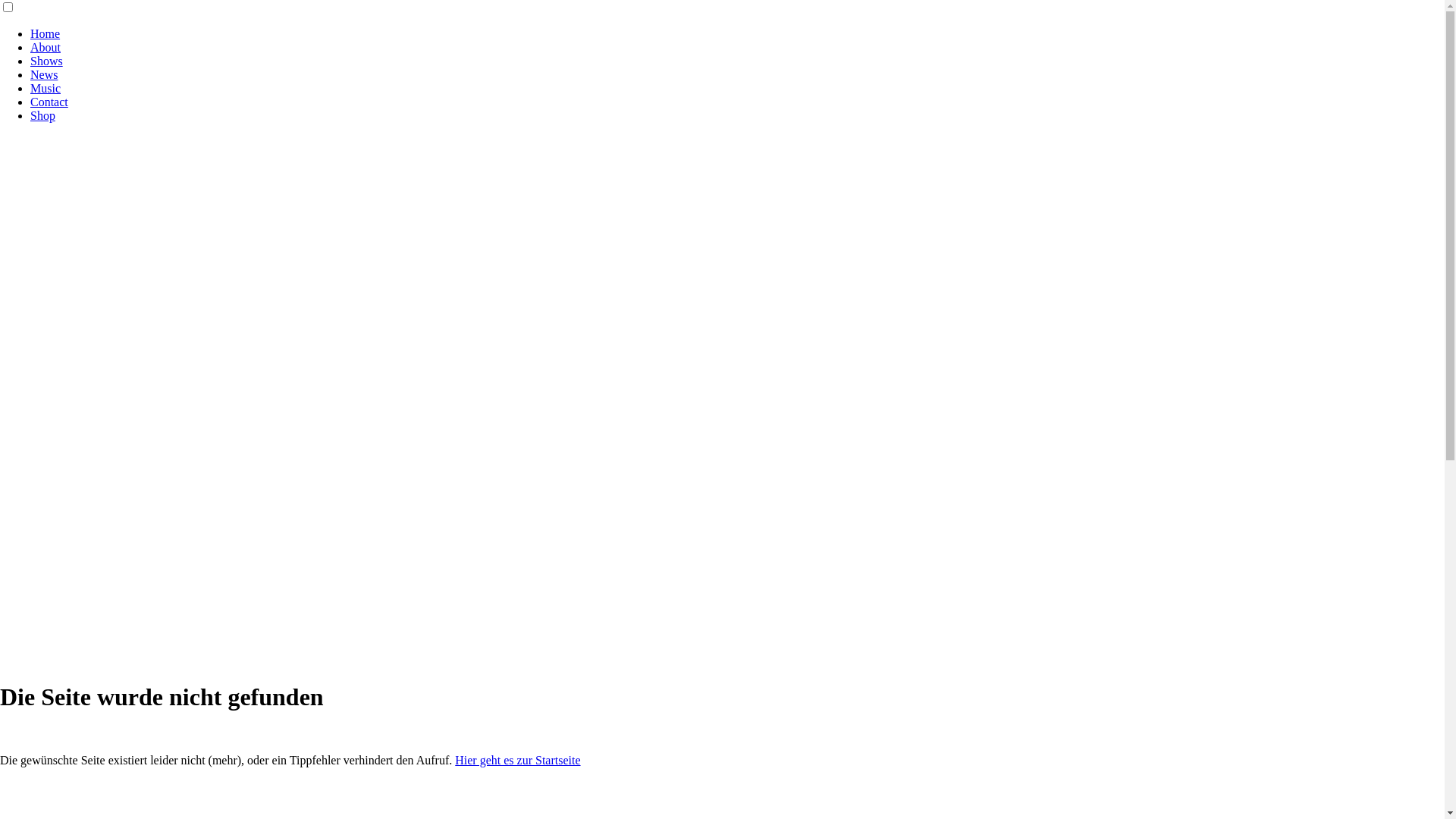 The height and width of the screenshot is (819, 1456). I want to click on 'Shop', so click(42, 115).